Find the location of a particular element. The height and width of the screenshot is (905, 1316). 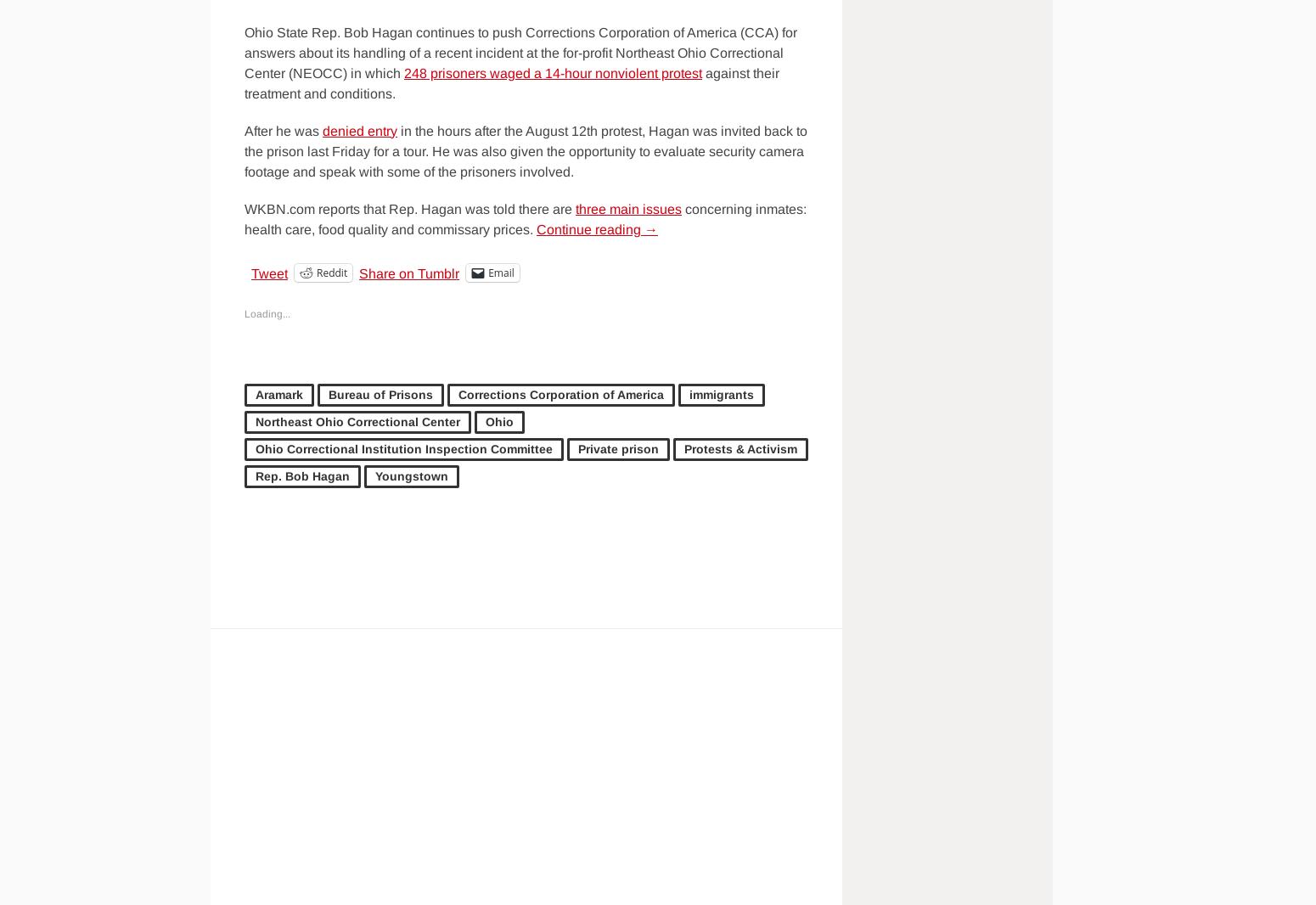

'Share on Tumblr' is located at coordinates (358, 273).